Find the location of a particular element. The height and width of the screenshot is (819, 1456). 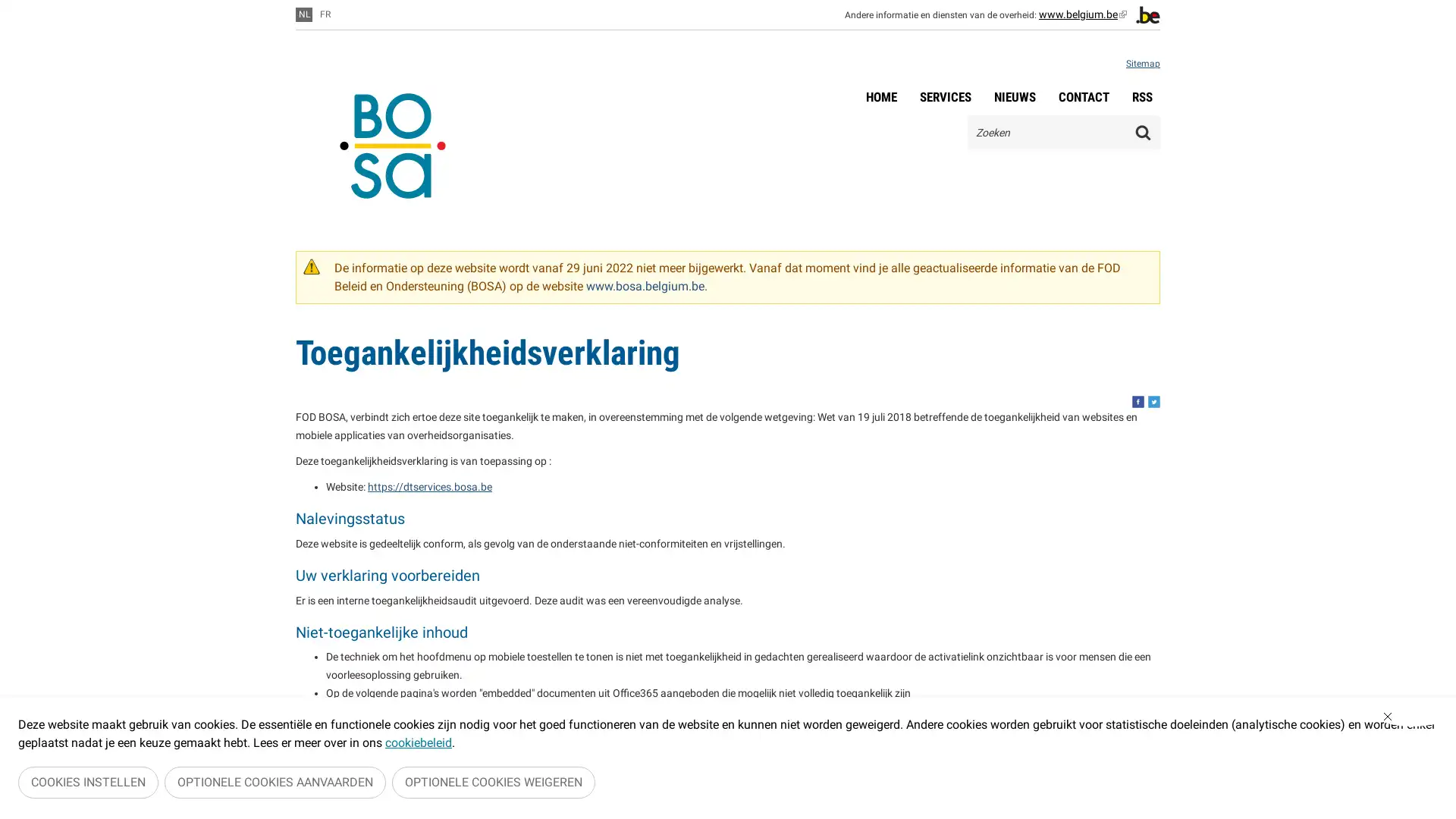

OPTIONELE COOKIES AANVAARDEN is located at coordinates (275, 784).